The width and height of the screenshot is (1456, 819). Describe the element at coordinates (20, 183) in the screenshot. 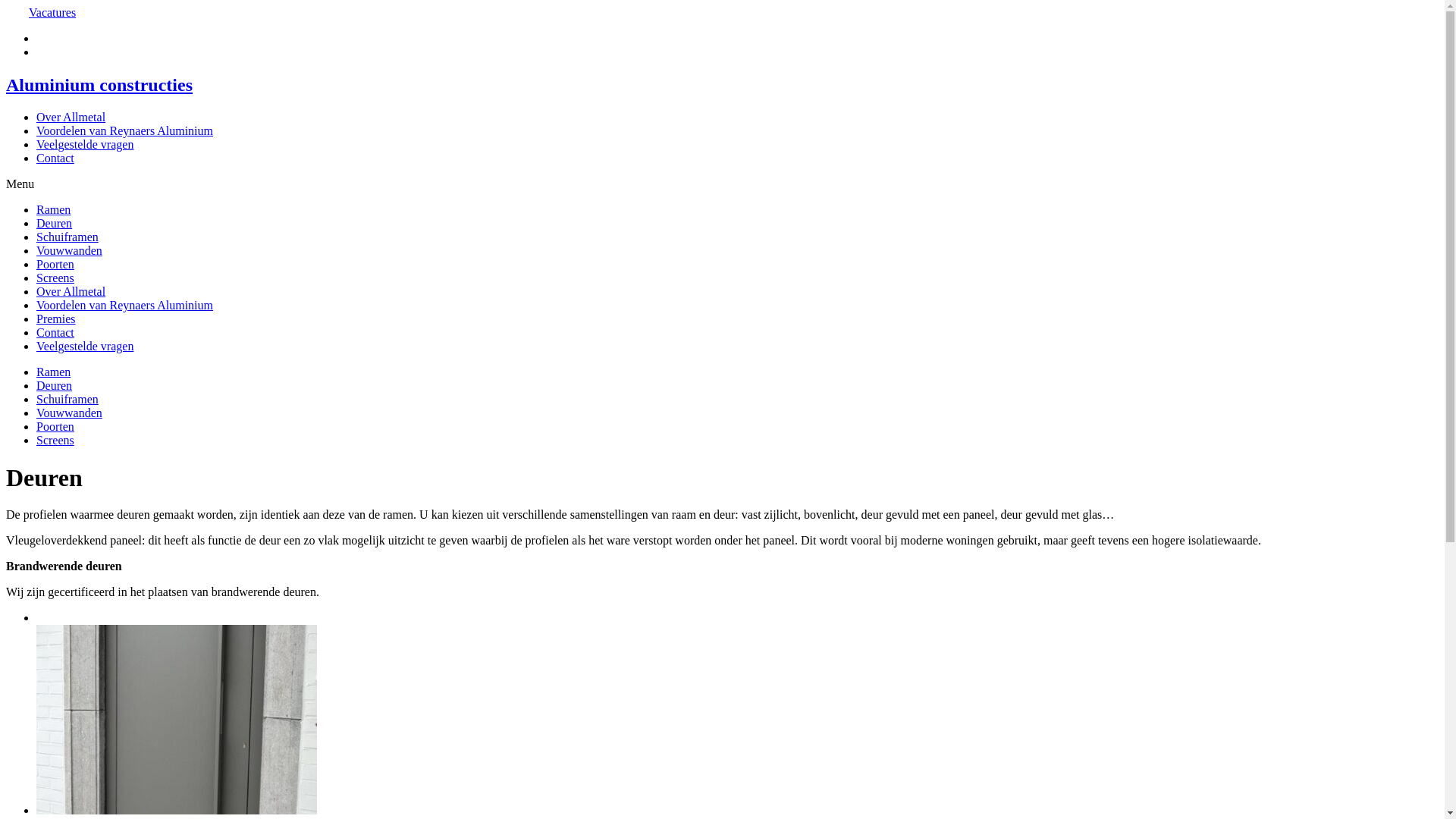

I see `'Menu'` at that location.